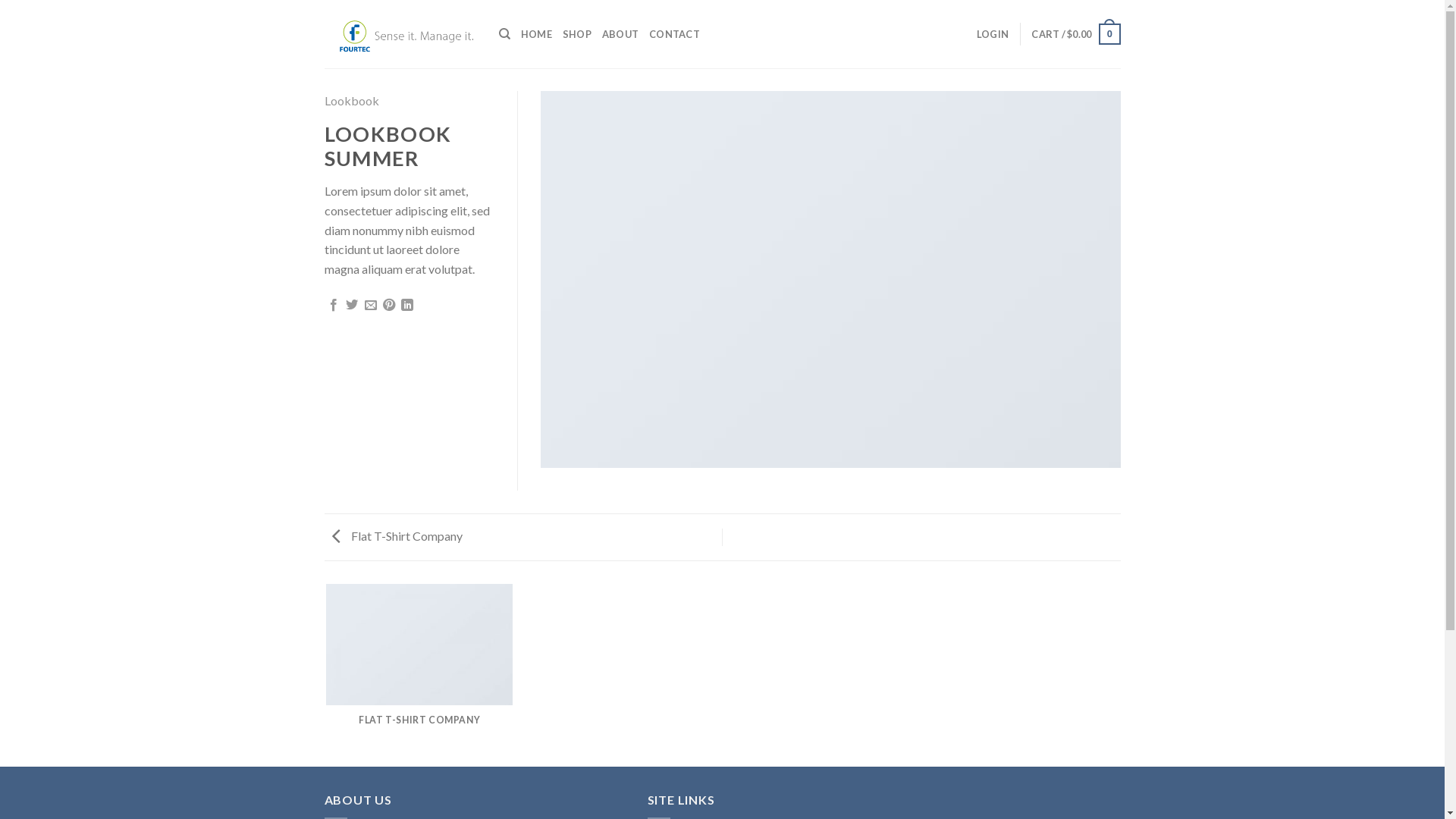 Image resolution: width=1456 pixels, height=819 pixels. What do you see at coordinates (389, 305) in the screenshot?
I see `'Pin on Pinterest'` at bounding box center [389, 305].